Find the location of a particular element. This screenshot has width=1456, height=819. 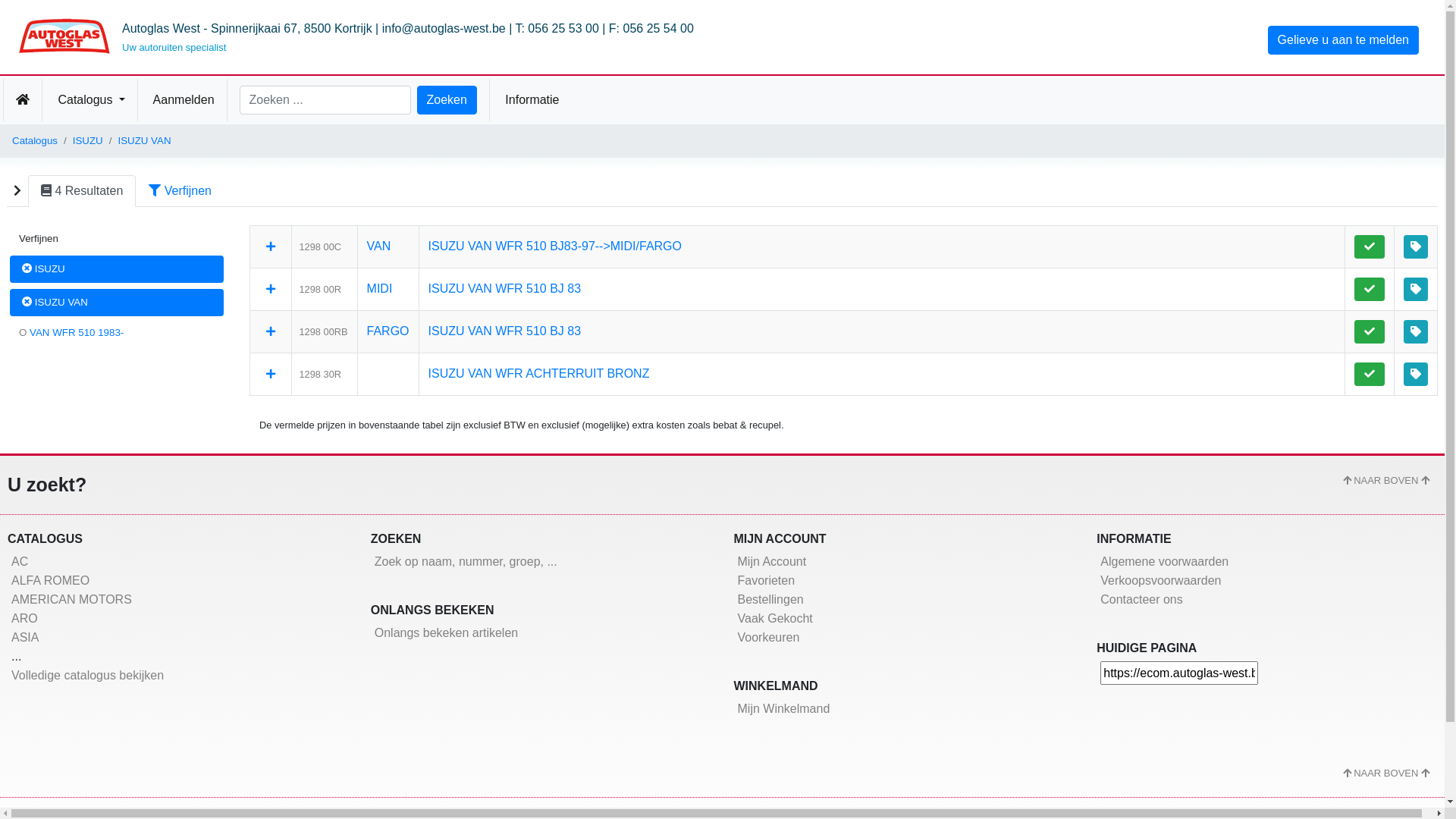

'FARGO' is located at coordinates (388, 330).